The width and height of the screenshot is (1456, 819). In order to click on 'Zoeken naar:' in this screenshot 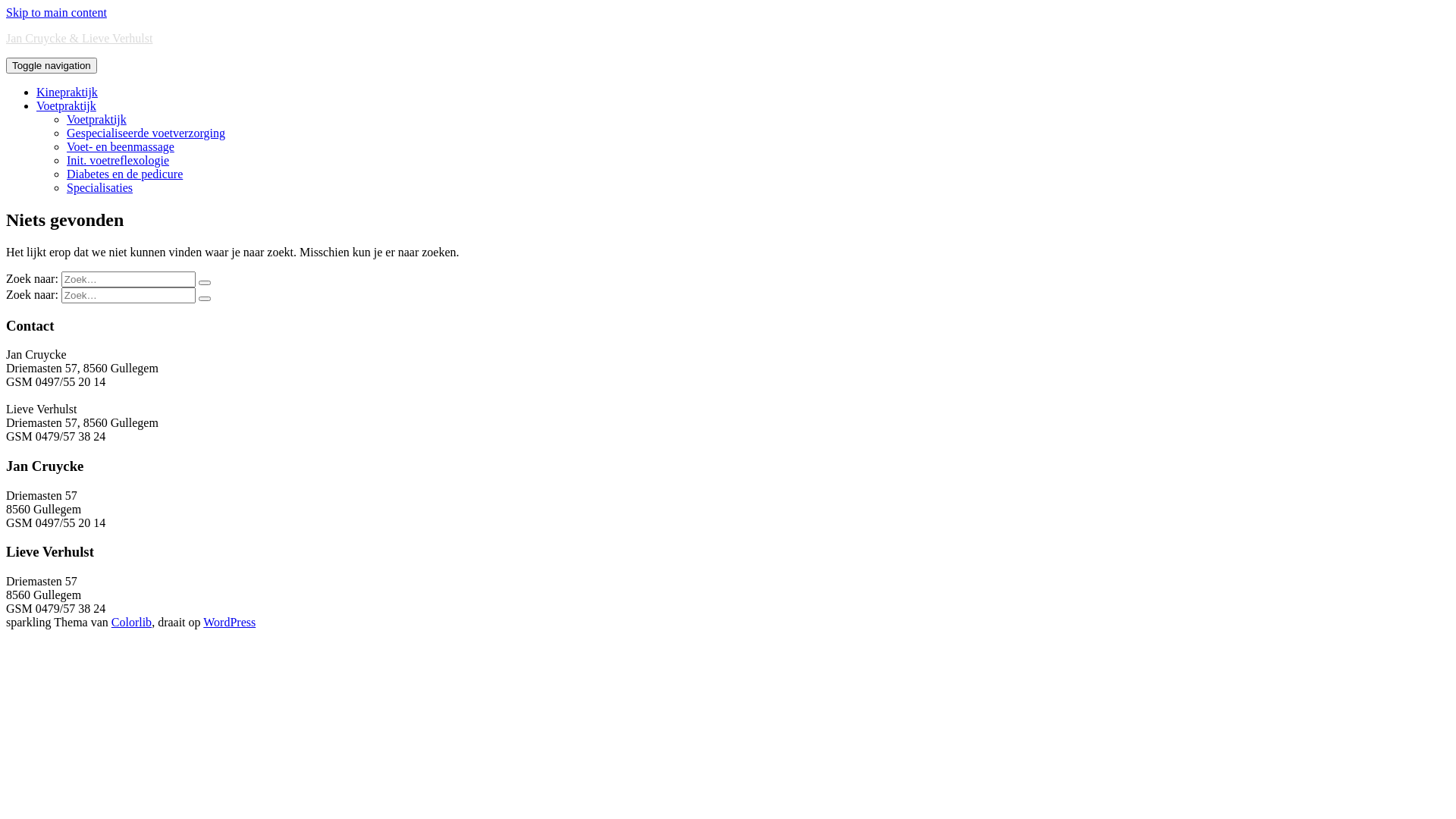, I will do `click(128, 295)`.